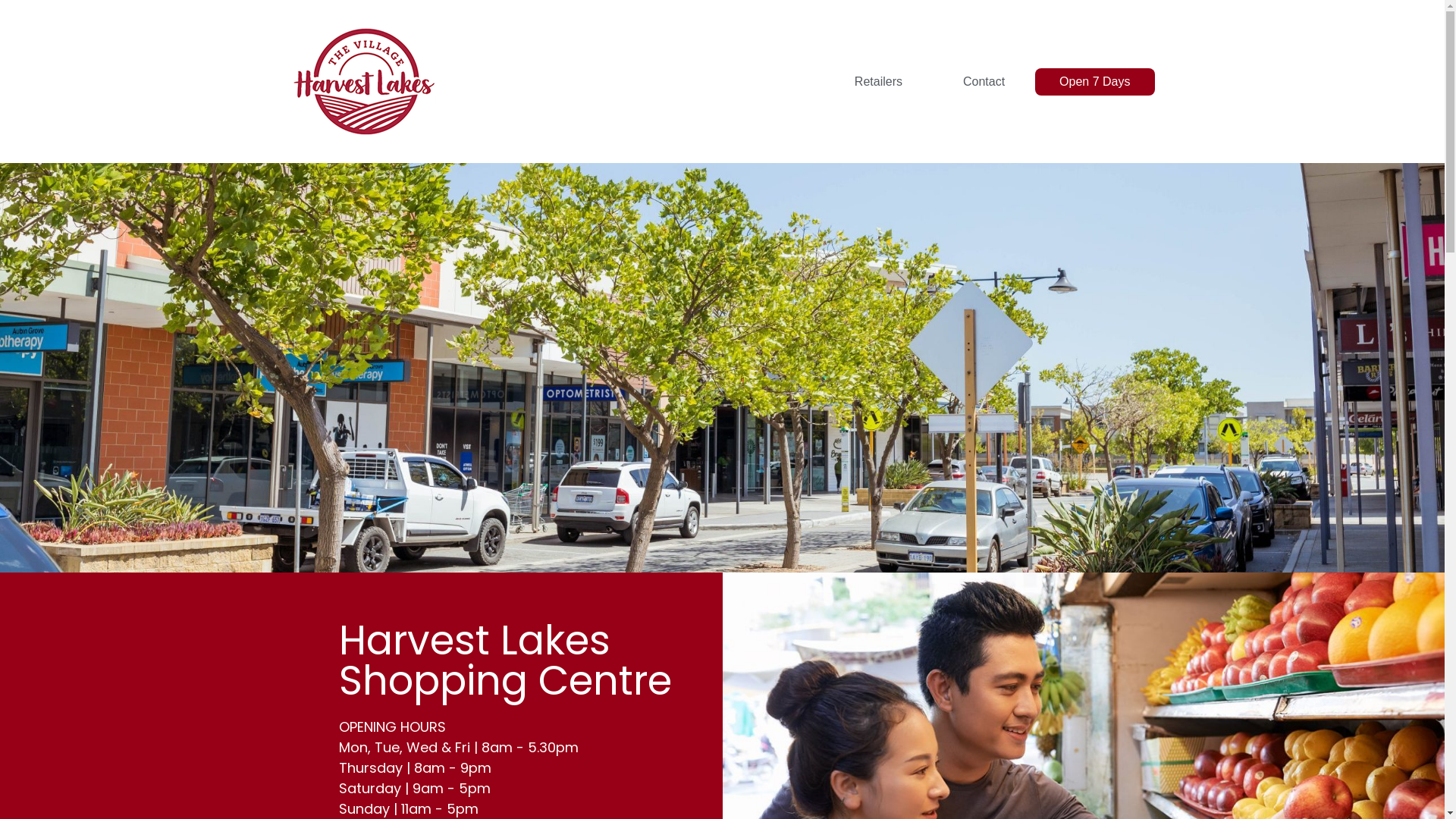 The image size is (1456, 819). What do you see at coordinates (878, 82) in the screenshot?
I see `'Retailers'` at bounding box center [878, 82].